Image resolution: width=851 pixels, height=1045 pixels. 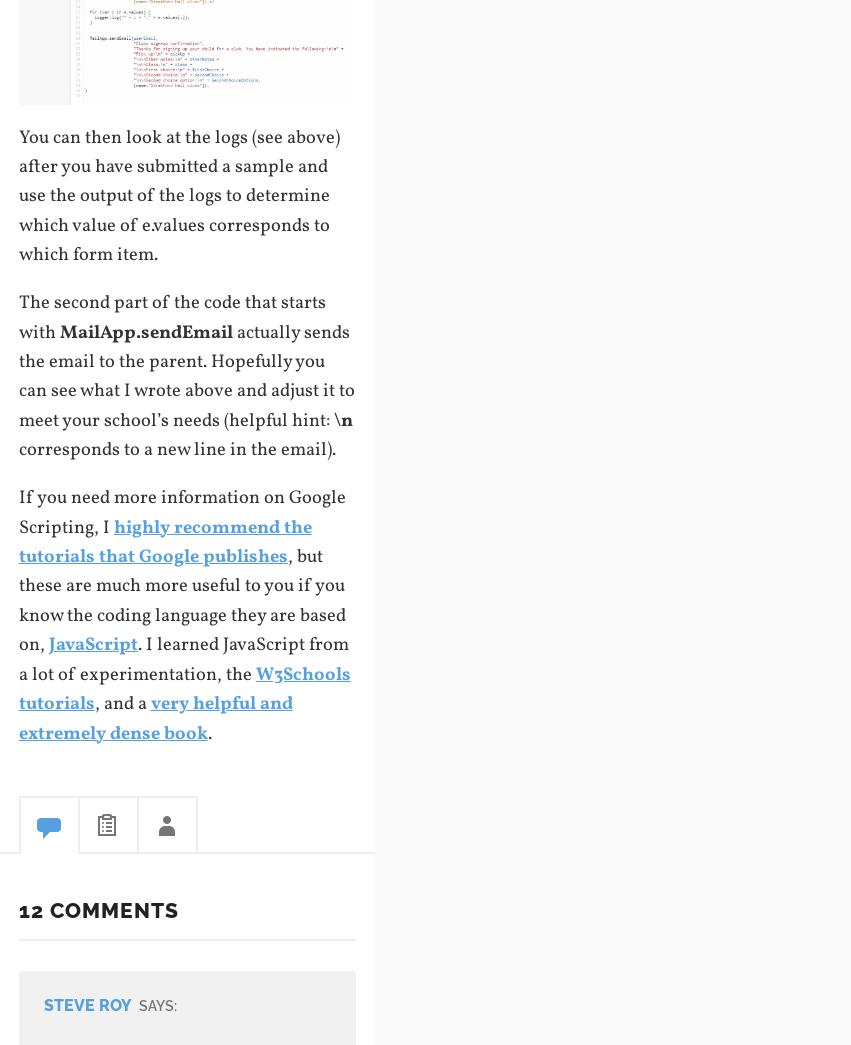 What do you see at coordinates (17, 449) in the screenshot?
I see `'corresponds to a new line in the email).'` at bounding box center [17, 449].